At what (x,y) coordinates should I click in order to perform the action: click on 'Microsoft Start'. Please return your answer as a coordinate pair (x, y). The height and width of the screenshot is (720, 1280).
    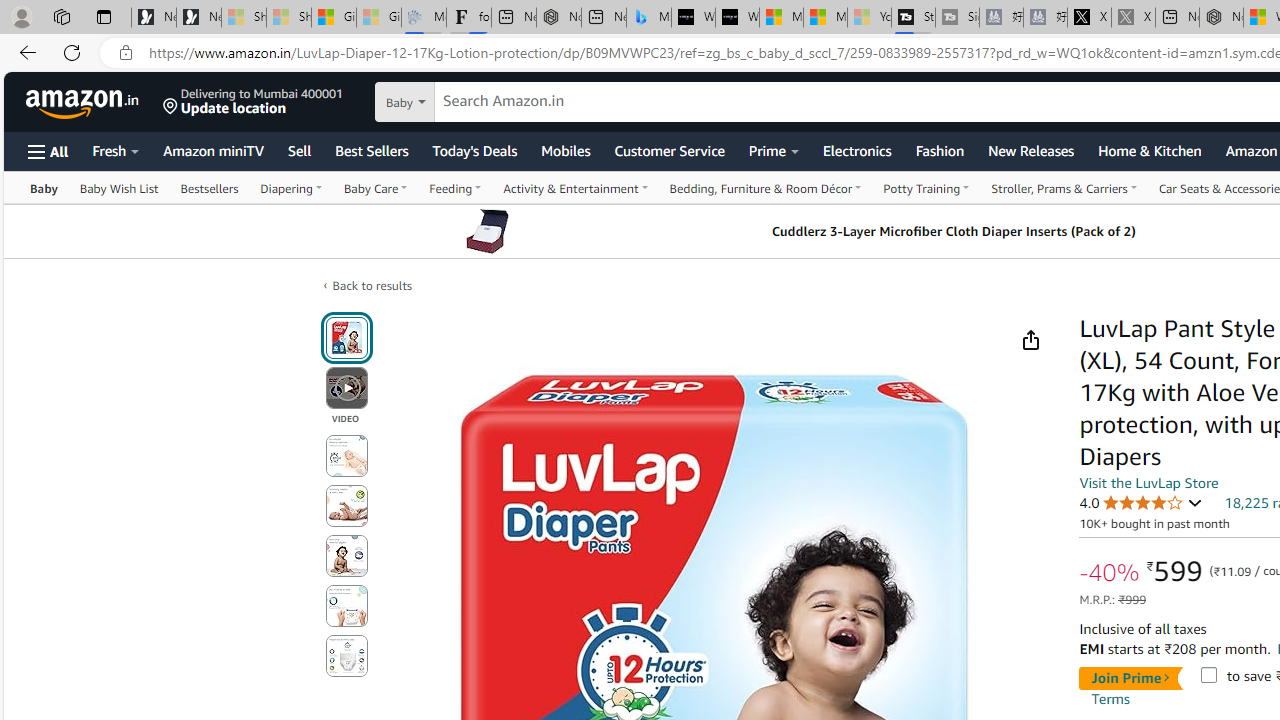
    Looking at the image, I should click on (825, 17).